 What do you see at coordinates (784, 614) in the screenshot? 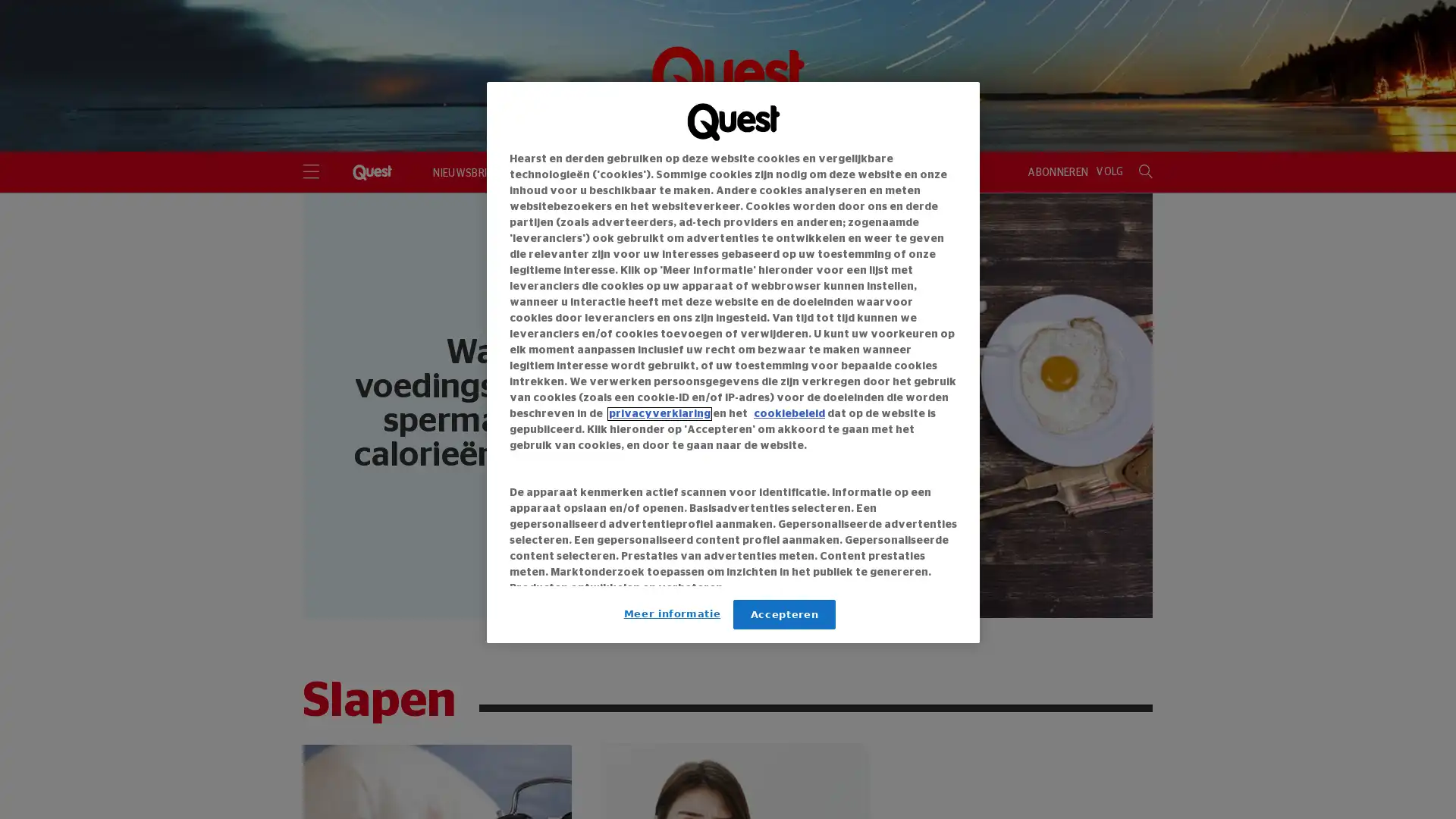
I see `Accepteren` at bounding box center [784, 614].